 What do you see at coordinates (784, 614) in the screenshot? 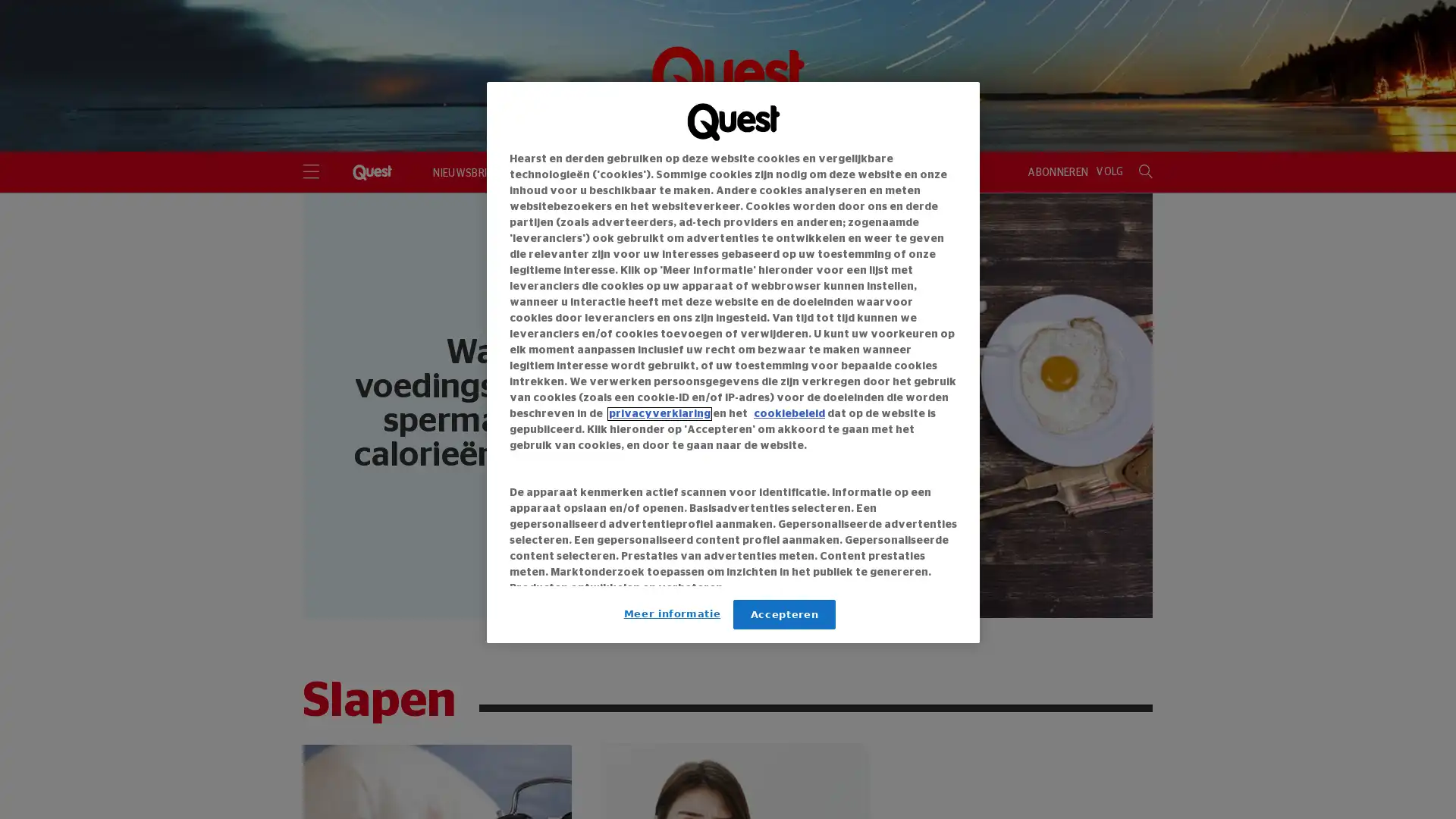
I see `Accepteren` at bounding box center [784, 614].